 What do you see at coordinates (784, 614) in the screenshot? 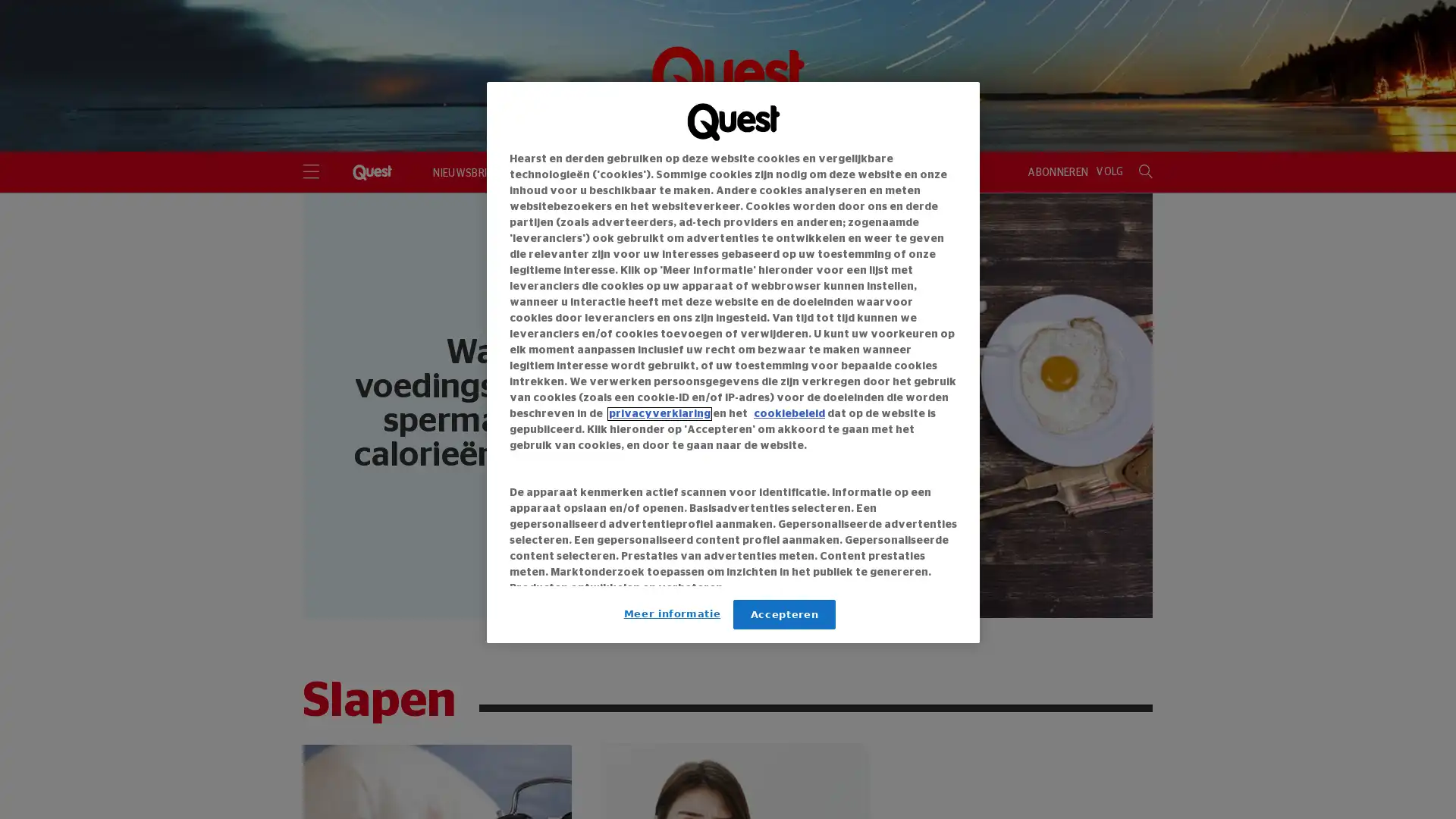
I see `Accepteren` at bounding box center [784, 614].